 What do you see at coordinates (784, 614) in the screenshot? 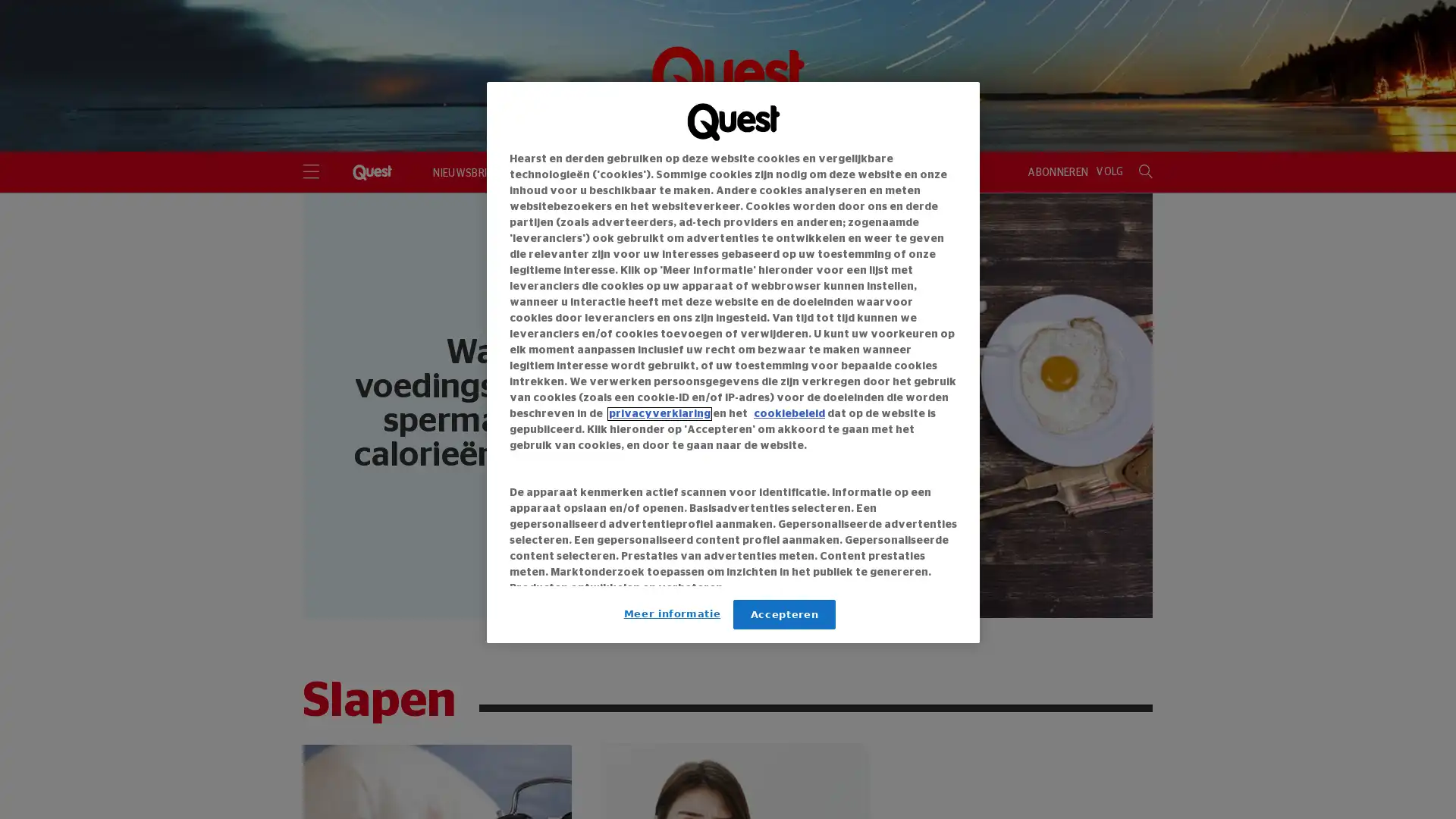
I see `Accepteren` at bounding box center [784, 614].